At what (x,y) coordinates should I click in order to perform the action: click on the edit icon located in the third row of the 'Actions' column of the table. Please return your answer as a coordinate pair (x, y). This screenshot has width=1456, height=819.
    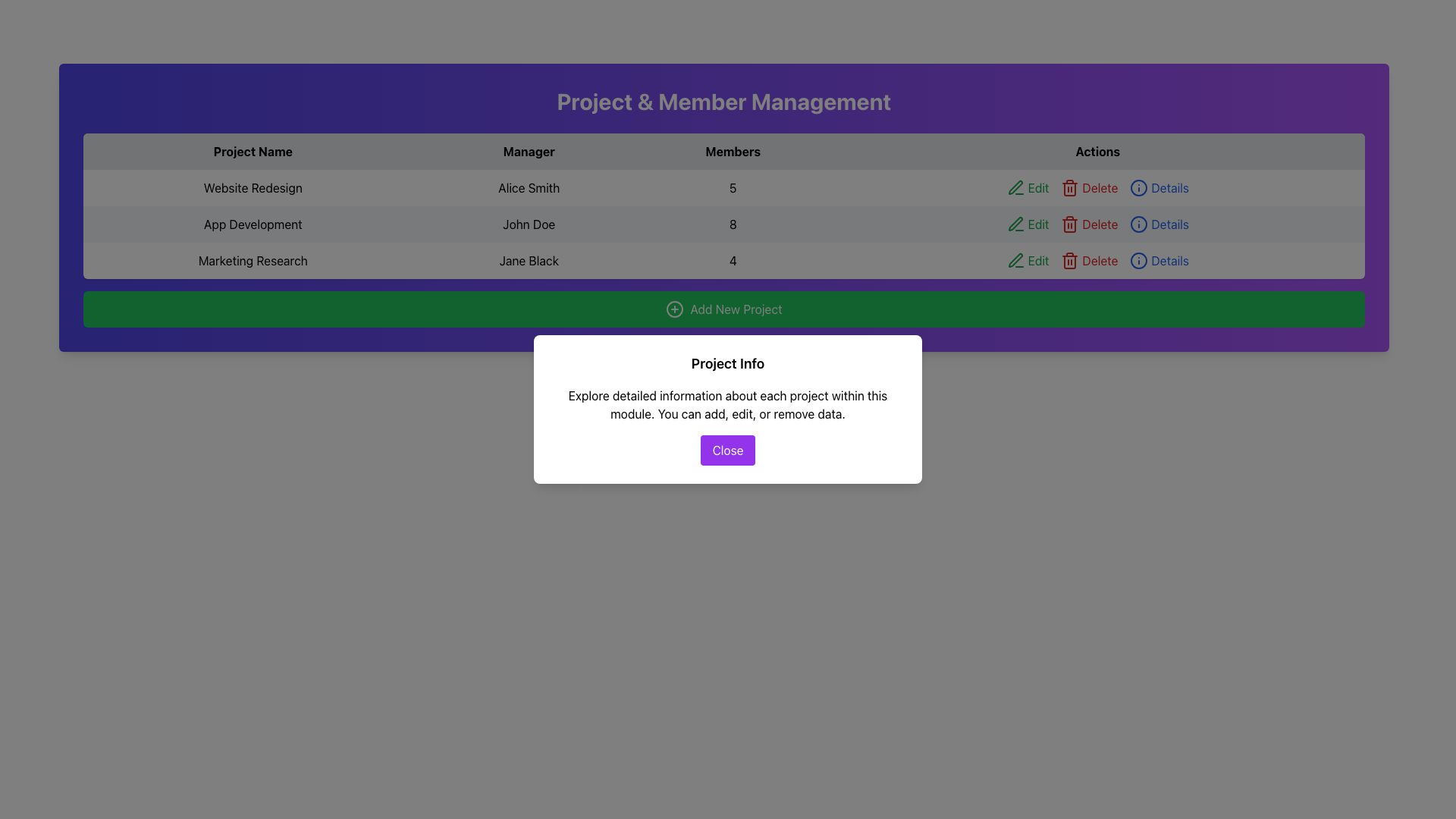
    Looking at the image, I should click on (1015, 259).